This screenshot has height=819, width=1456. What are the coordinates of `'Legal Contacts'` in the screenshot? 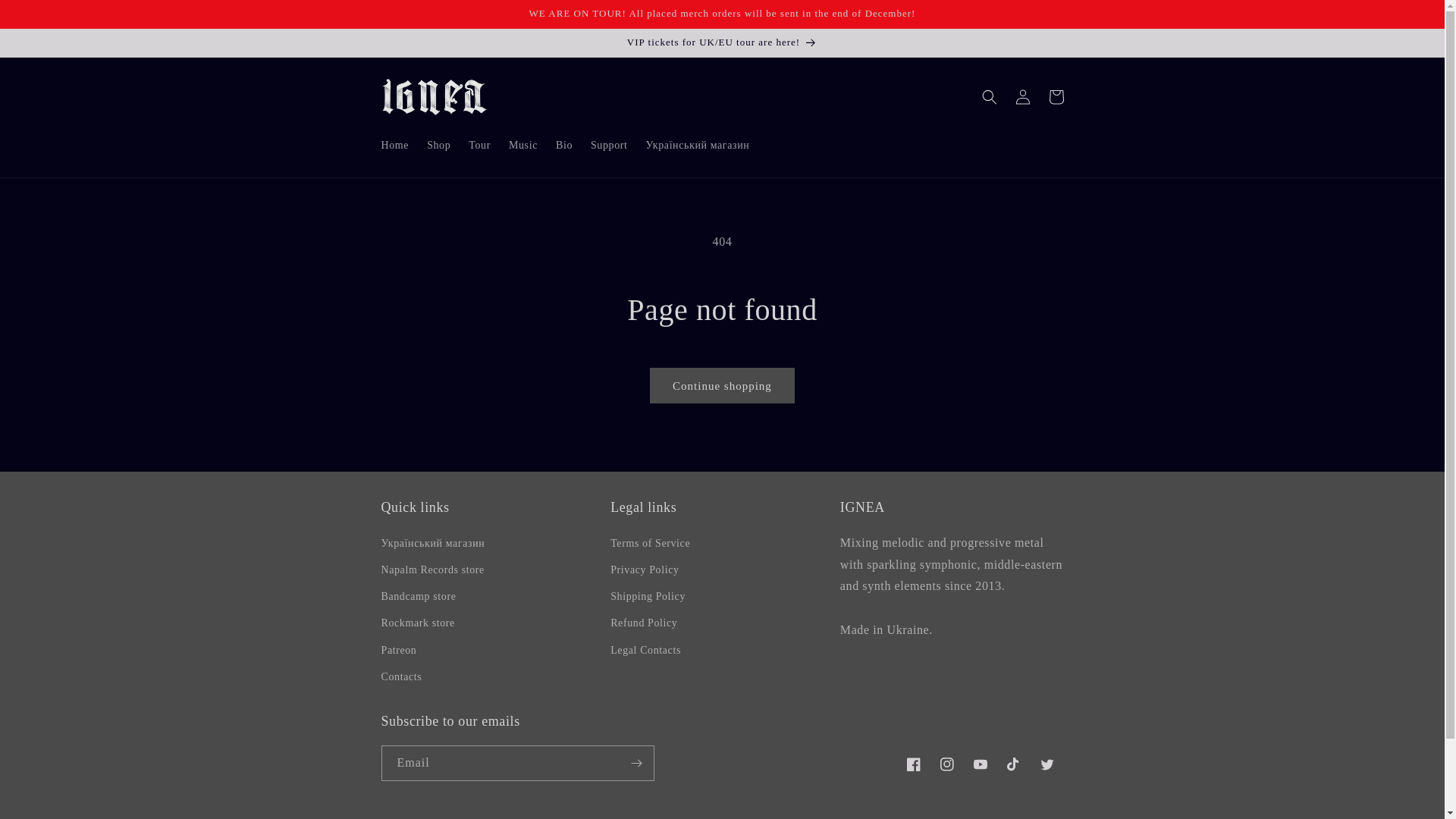 It's located at (645, 649).